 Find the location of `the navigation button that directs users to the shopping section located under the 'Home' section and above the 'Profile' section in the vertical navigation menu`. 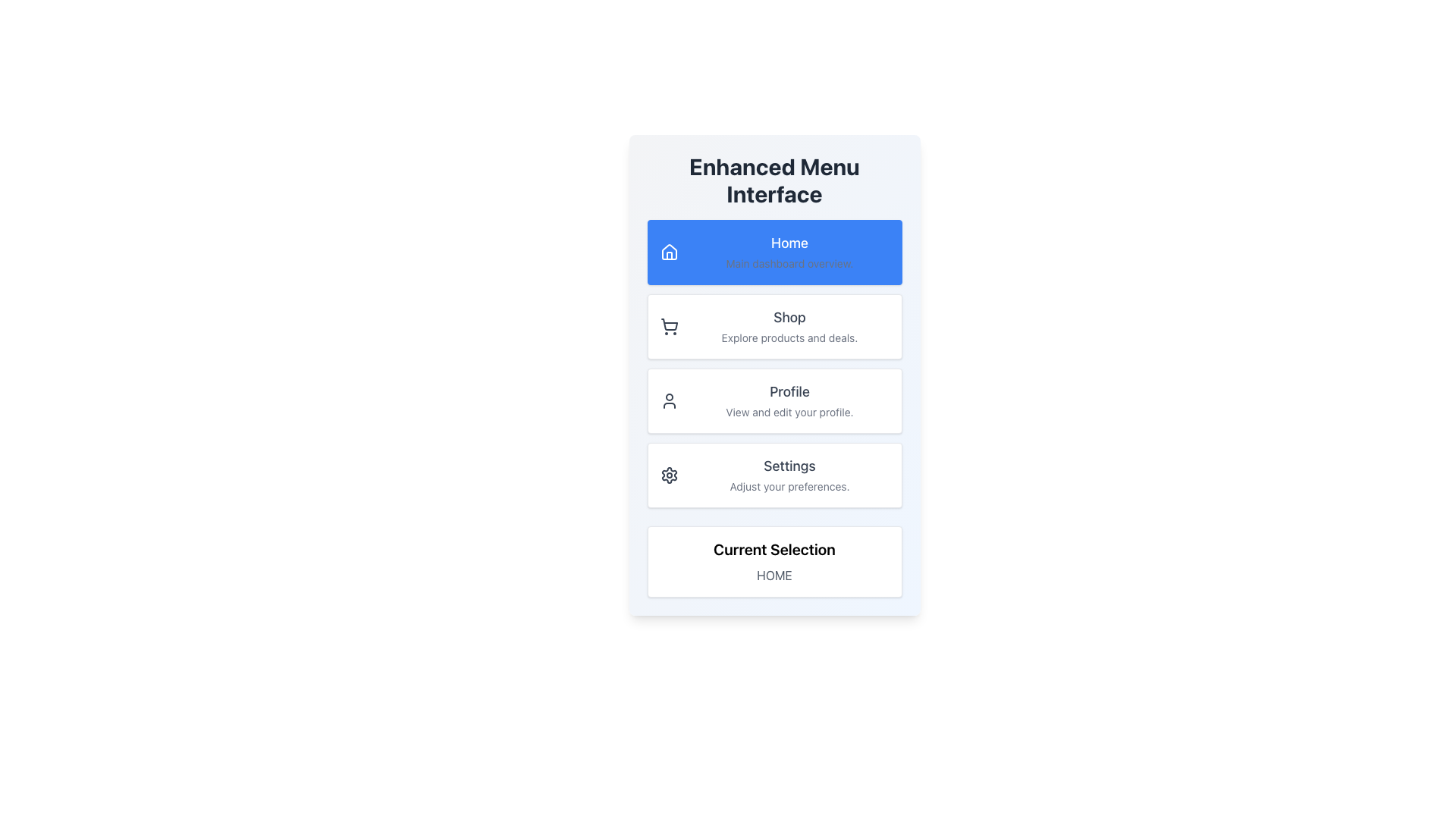

the navigation button that directs users to the shopping section located under the 'Home' section and above the 'Profile' section in the vertical navigation menu is located at coordinates (774, 326).